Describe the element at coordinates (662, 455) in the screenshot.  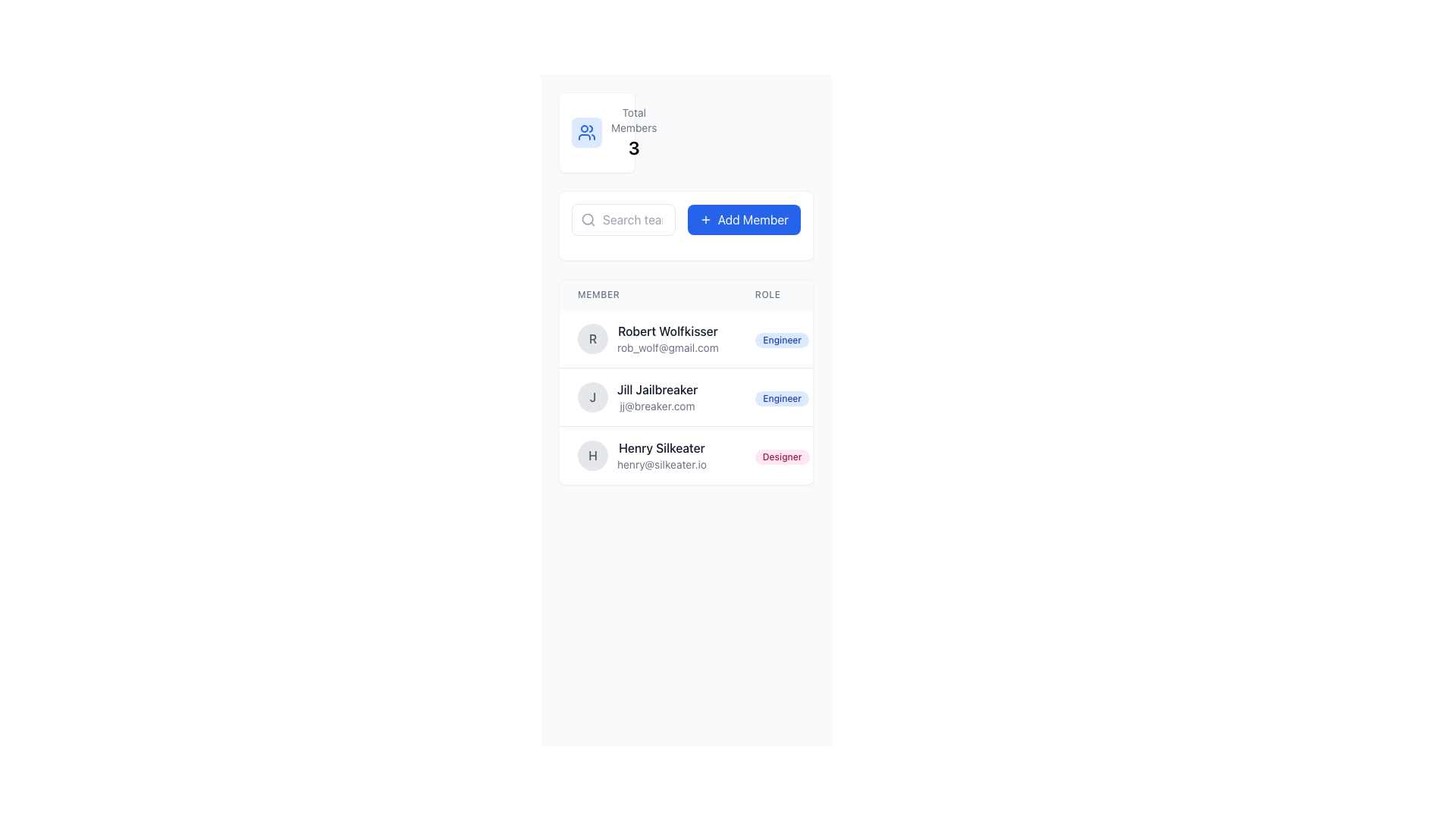
I see `the name or email address displayed in the text block for the user listed in the third row of the members' list to copy it` at that location.